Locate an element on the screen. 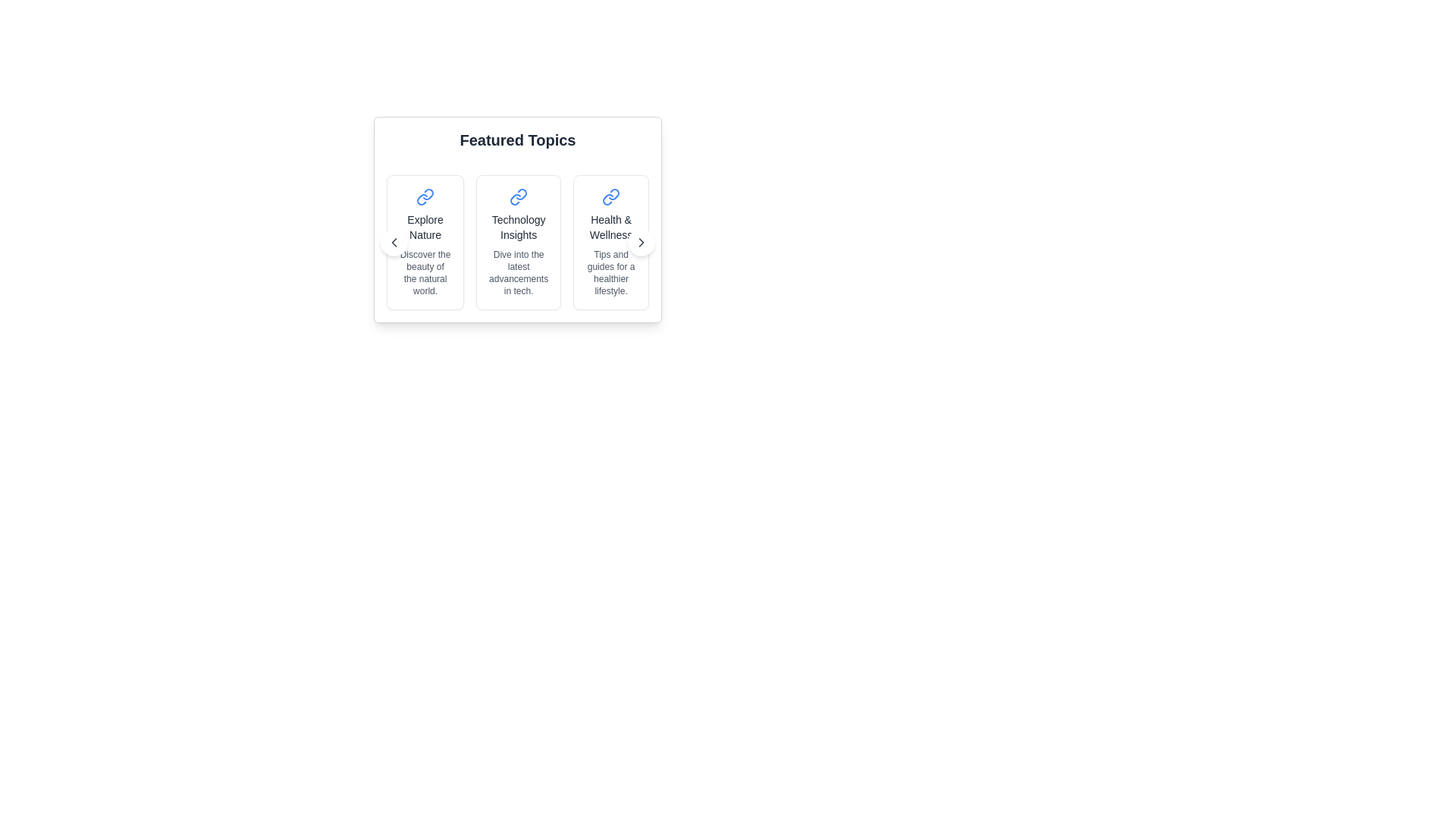  the blue chain link icon located at the upper section of the 'Explore Nature' card is located at coordinates (425, 196).